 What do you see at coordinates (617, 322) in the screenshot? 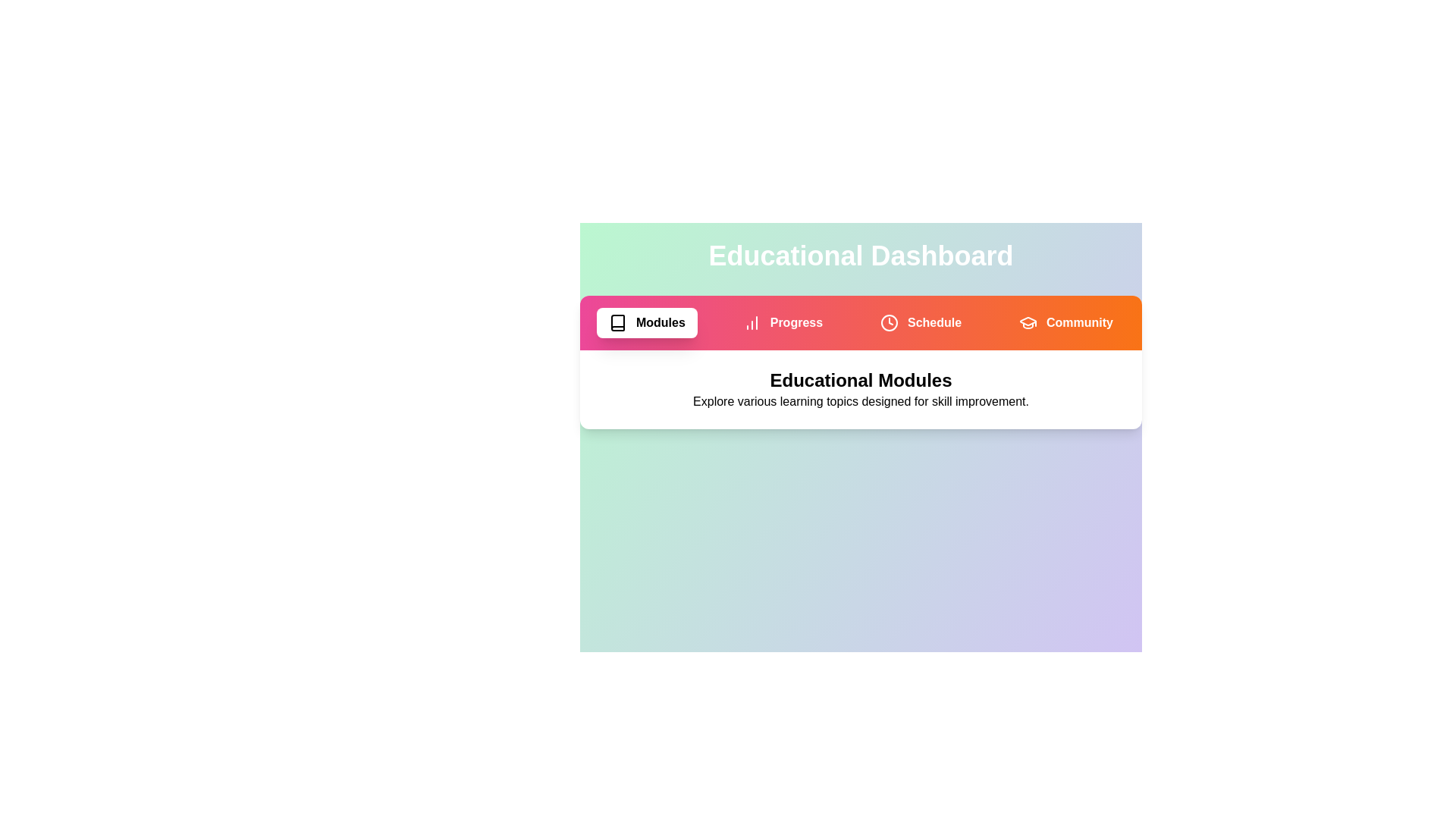
I see `the compact book icon located to the left of the 'Modules' text label in the menu bar at the top-left corner` at bounding box center [617, 322].